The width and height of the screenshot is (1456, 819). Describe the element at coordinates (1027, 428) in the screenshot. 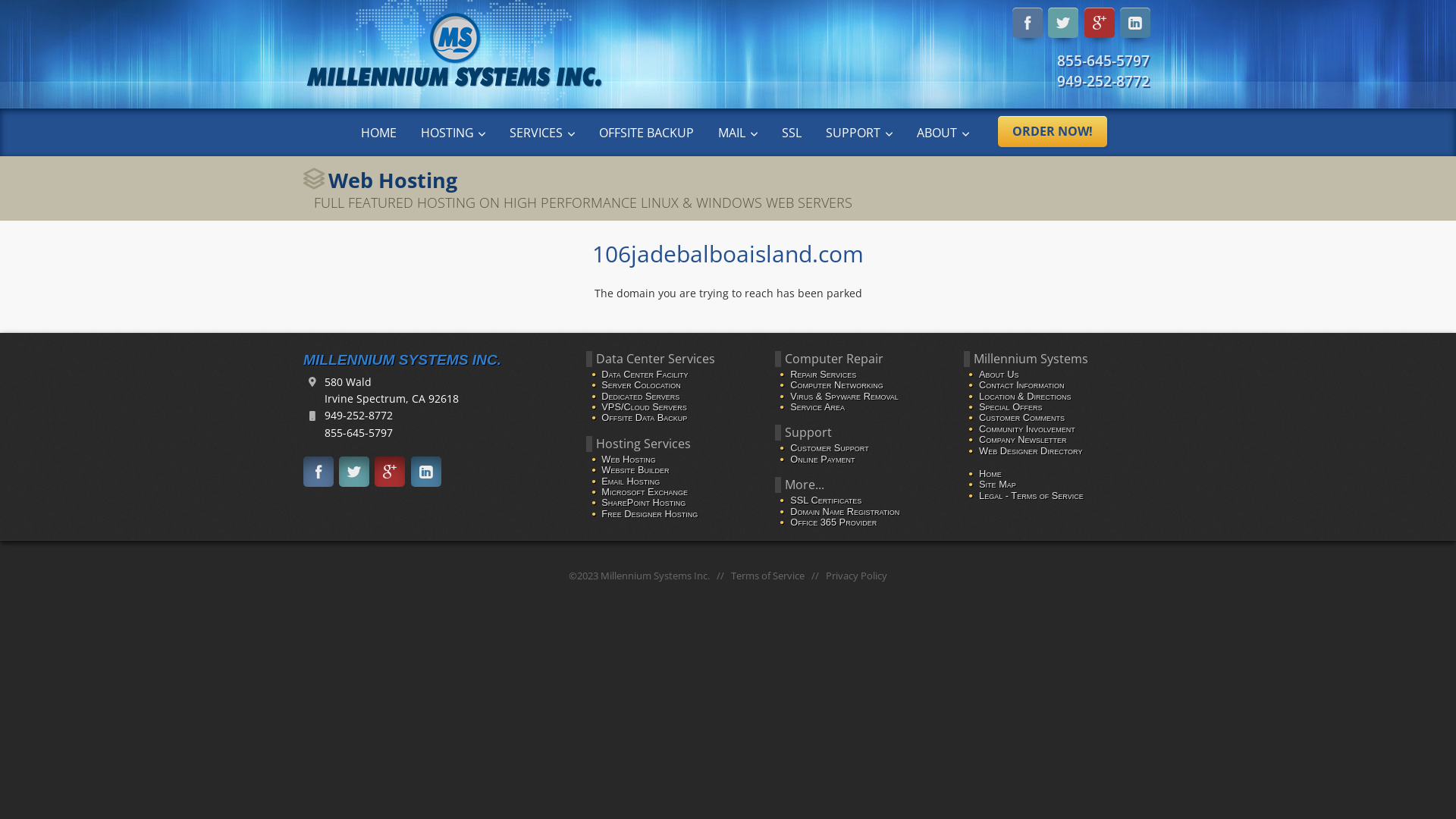

I see `'Community Involvement'` at that location.